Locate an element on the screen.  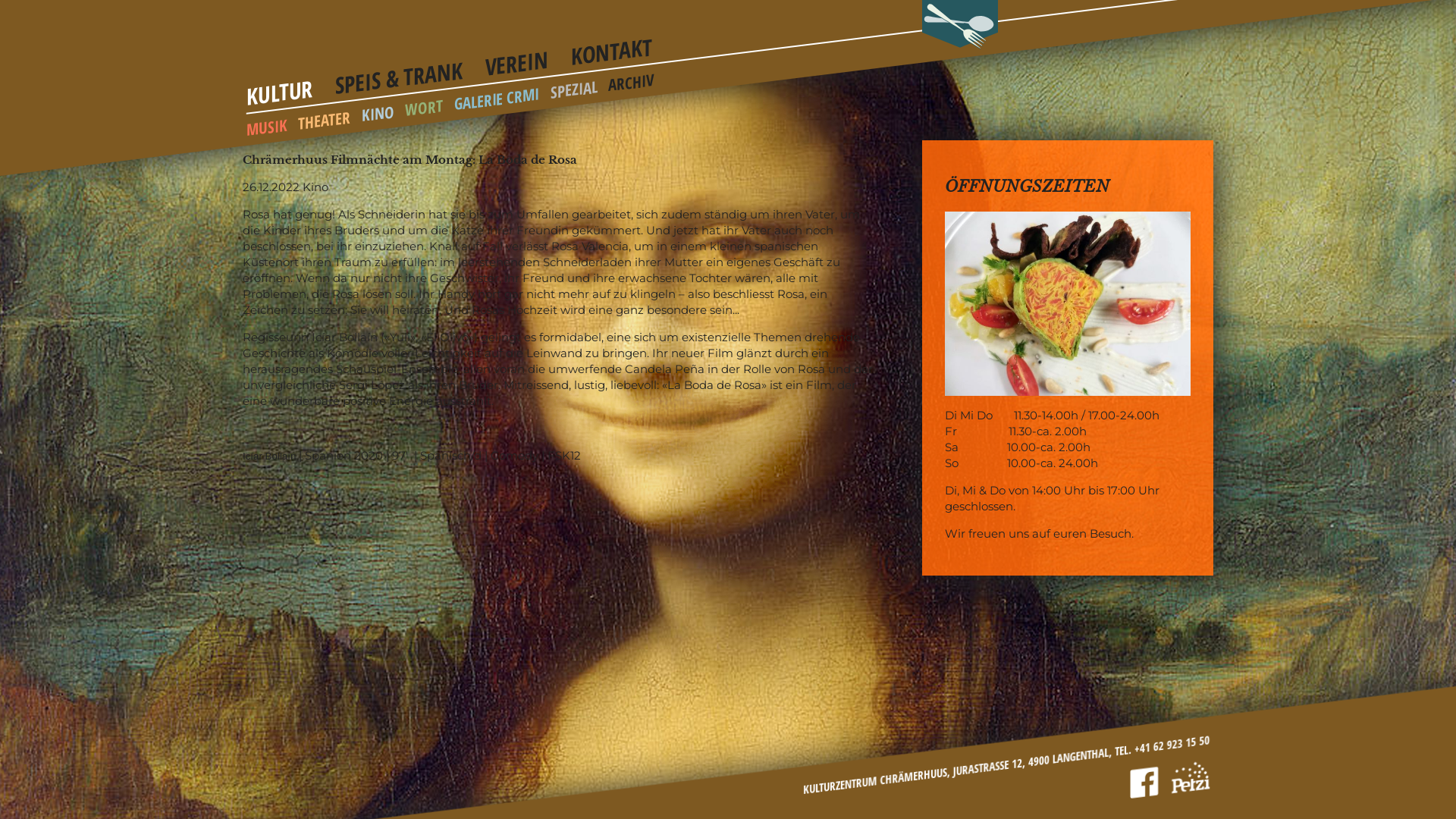
'ARCHIV' is located at coordinates (607, 79).